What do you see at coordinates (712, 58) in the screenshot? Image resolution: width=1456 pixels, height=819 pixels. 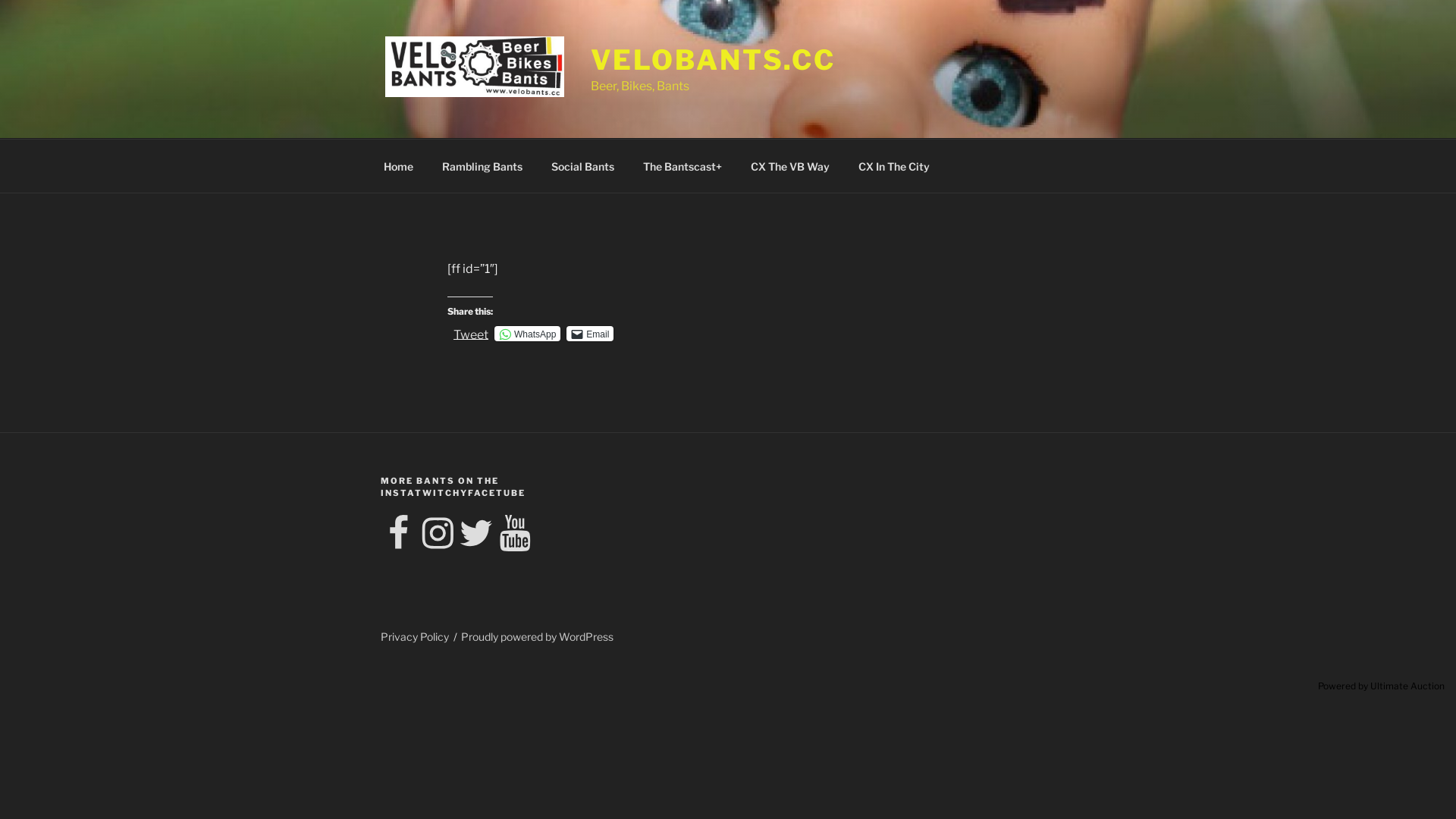 I see `'VELOBANTS.CC'` at bounding box center [712, 58].